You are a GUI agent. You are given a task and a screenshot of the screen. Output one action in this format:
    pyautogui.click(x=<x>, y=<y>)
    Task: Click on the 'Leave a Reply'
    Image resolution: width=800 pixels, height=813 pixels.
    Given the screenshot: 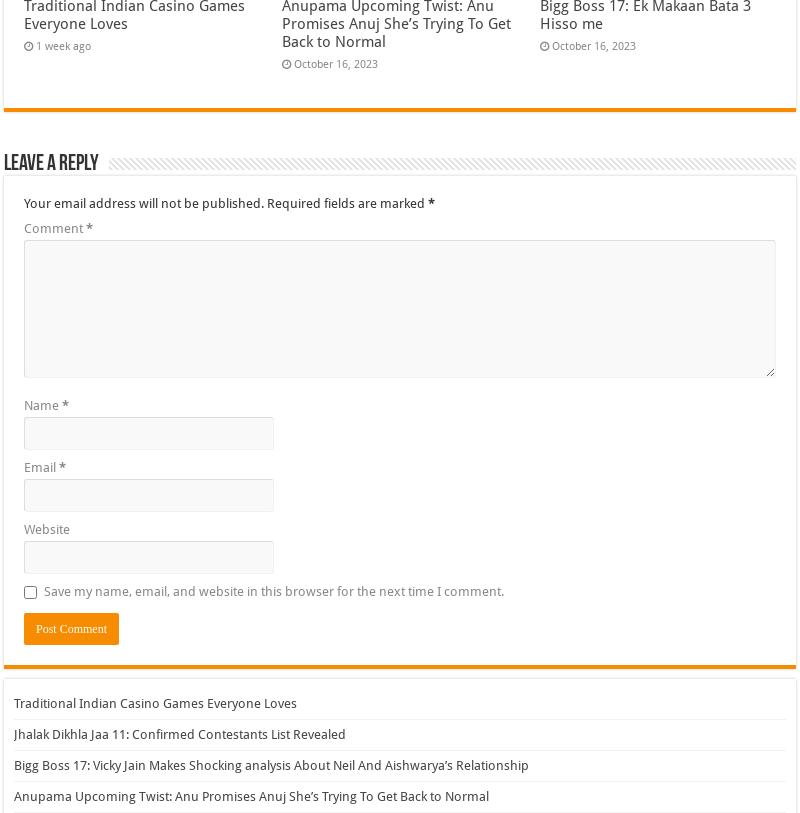 What is the action you would take?
    pyautogui.click(x=50, y=162)
    